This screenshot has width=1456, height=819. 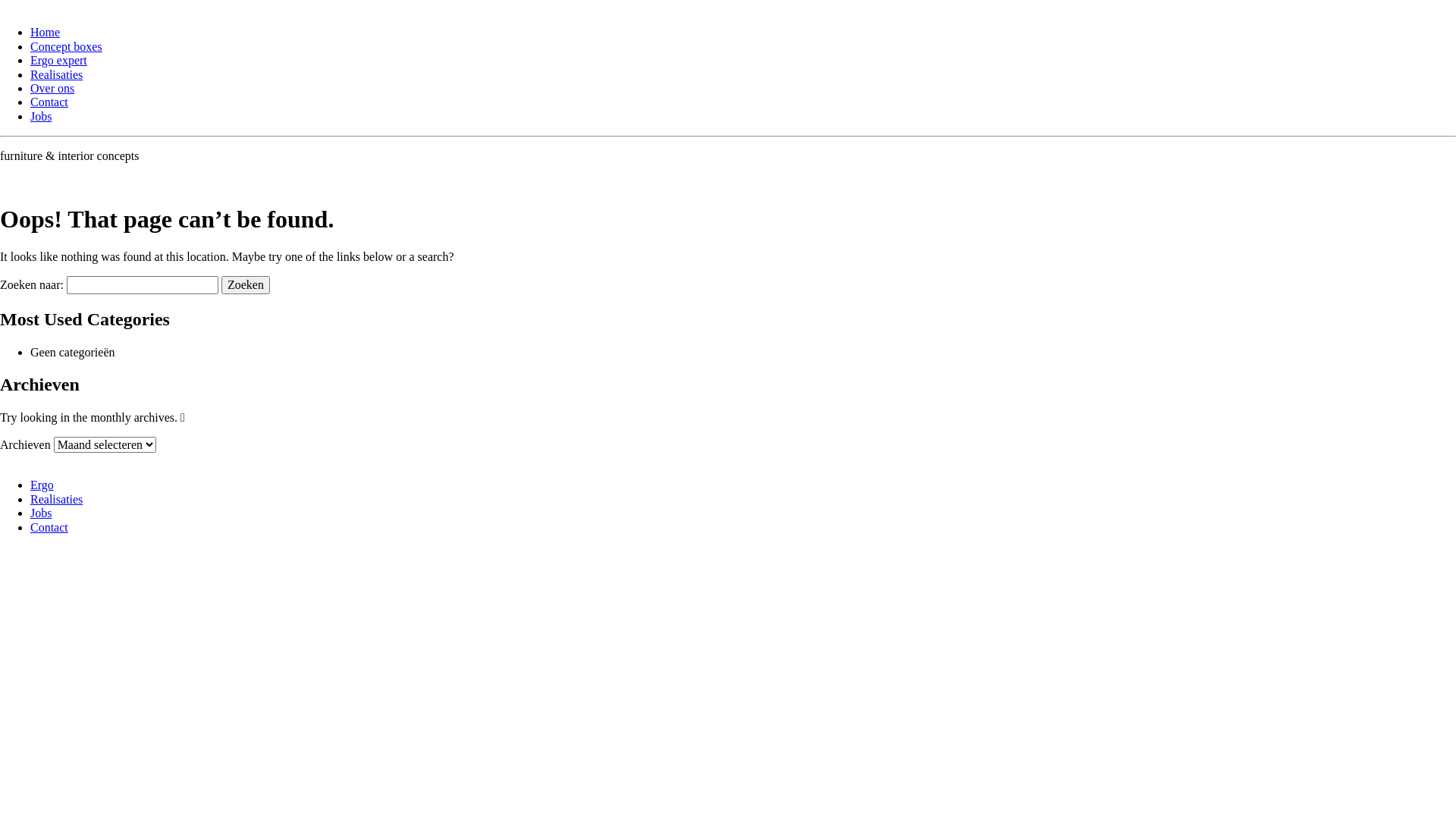 I want to click on 'Concept boxes', so click(x=30, y=45).